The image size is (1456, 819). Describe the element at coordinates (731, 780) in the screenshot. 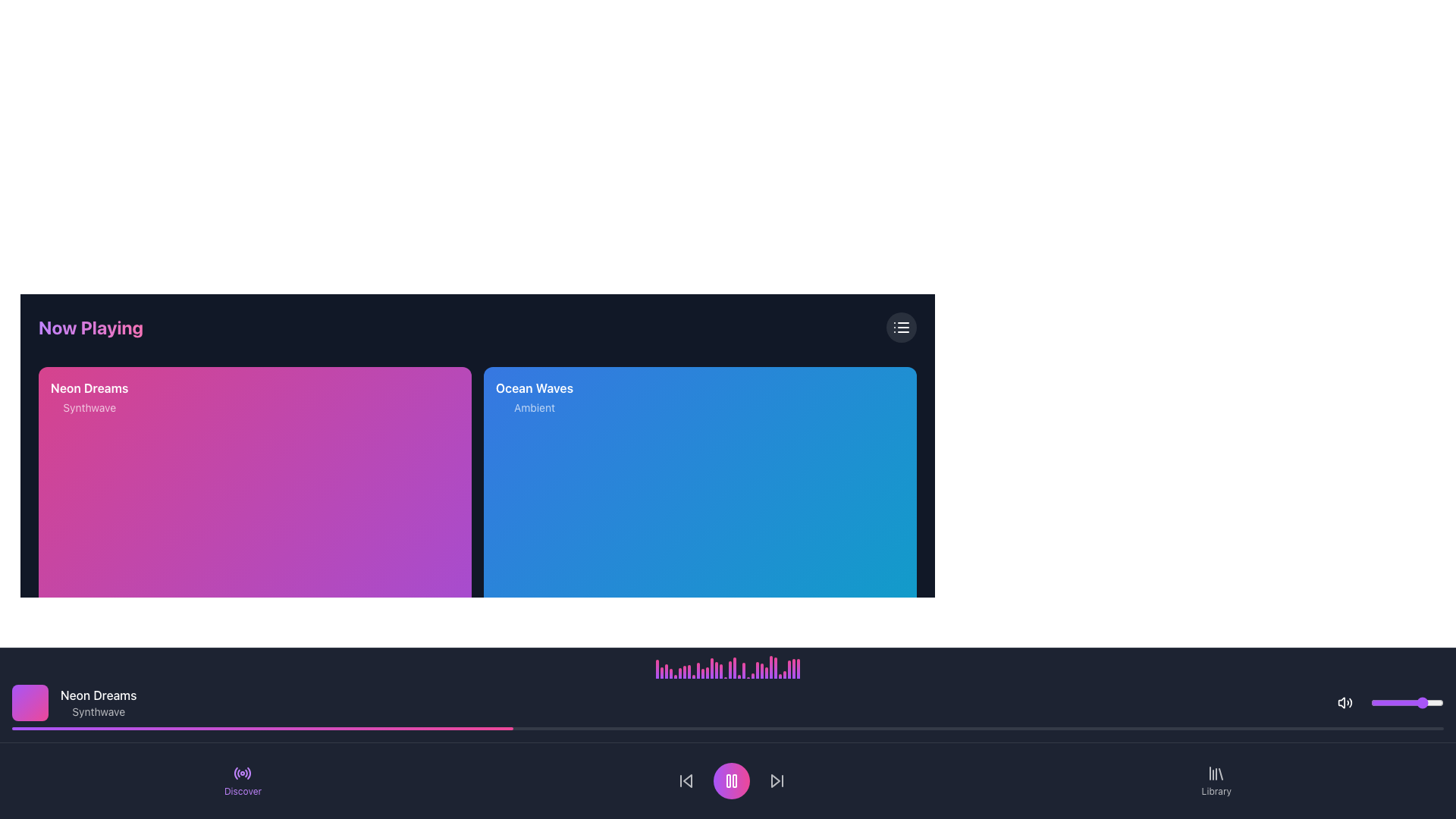

I see `the circular button with a gradient background and a white pause icon` at that location.